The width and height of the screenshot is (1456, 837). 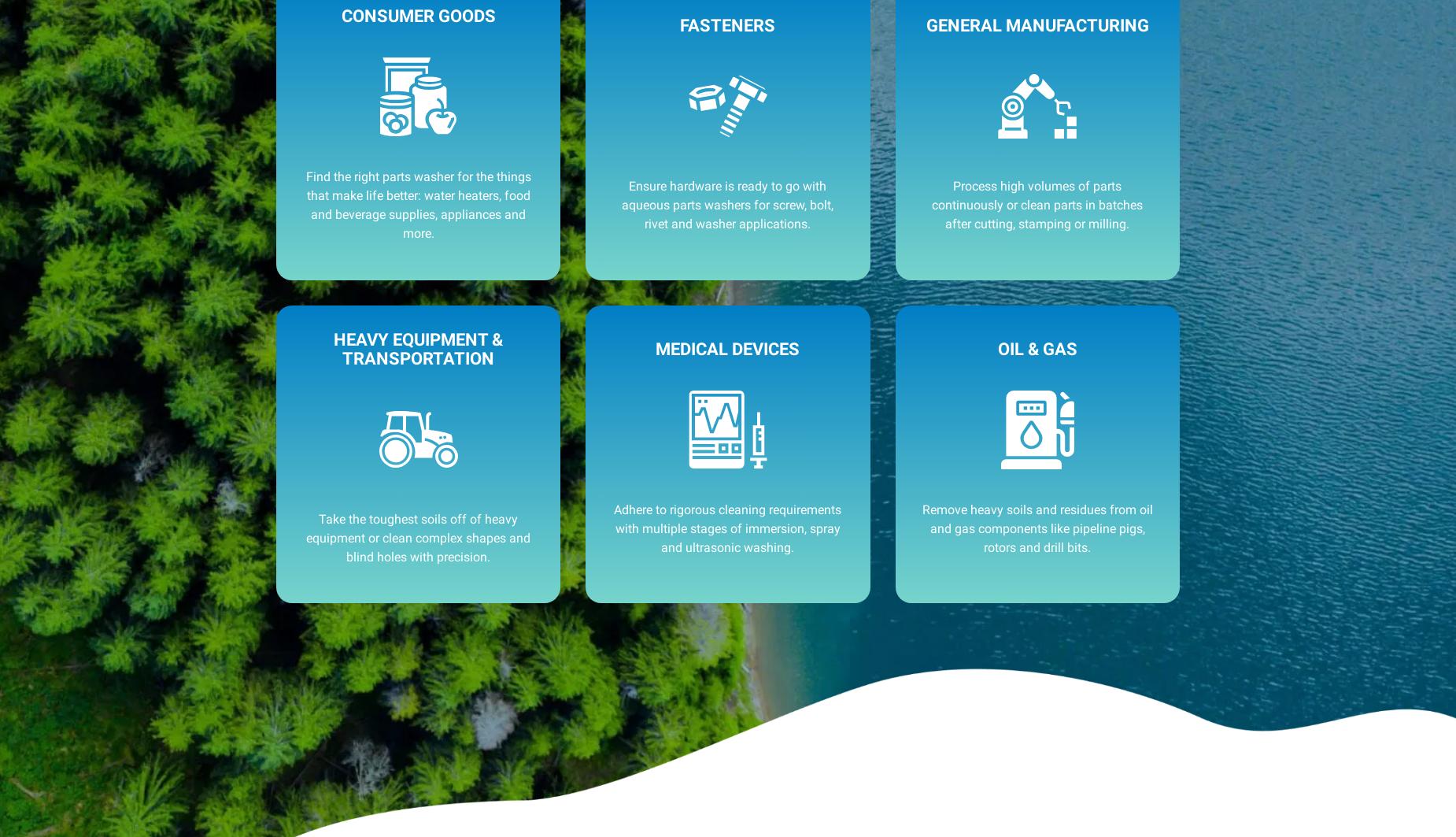 I want to click on 'Heavy Equipment & Transportation', so click(x=333, y=348).